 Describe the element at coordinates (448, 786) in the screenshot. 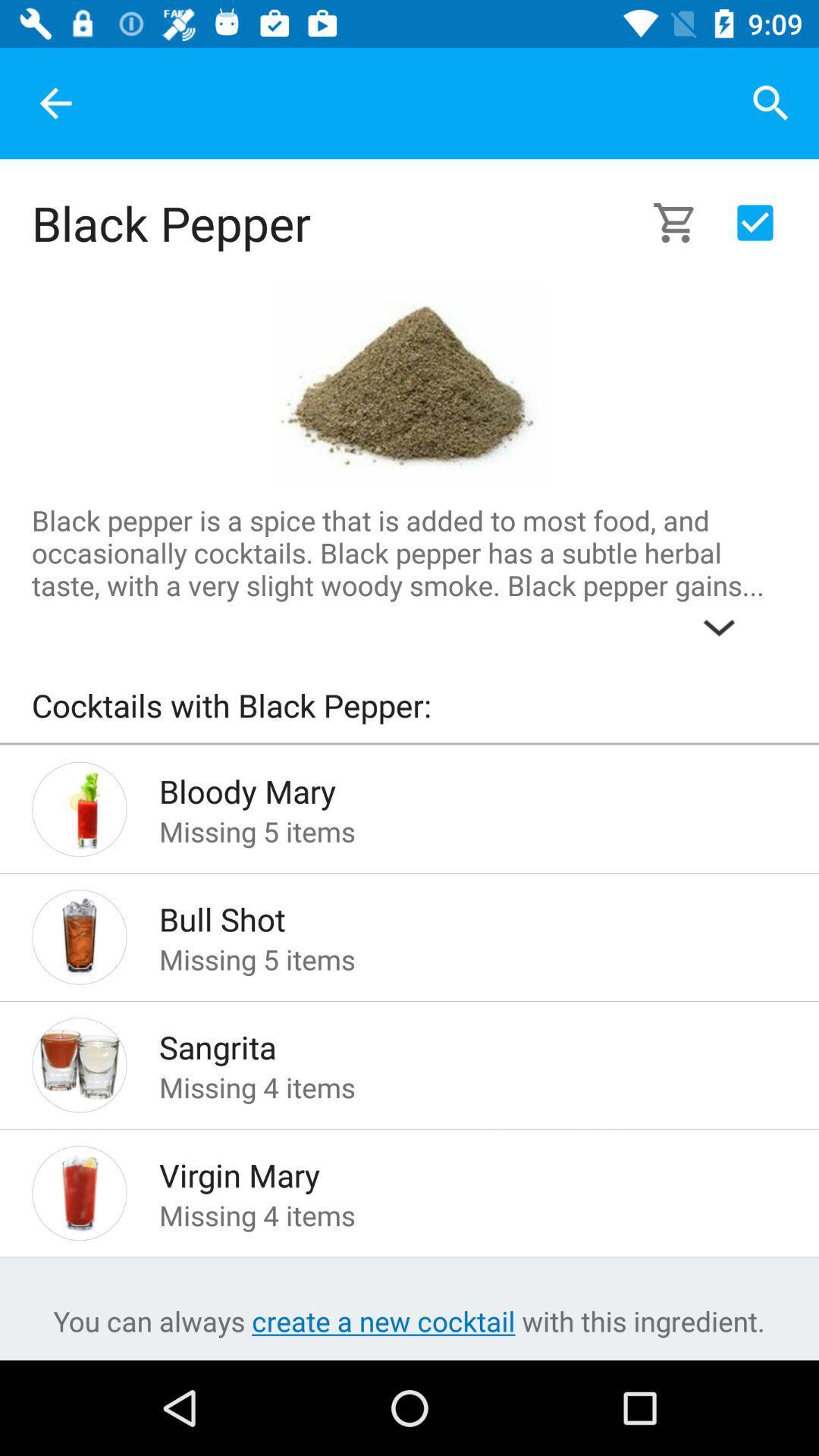

I see `the bloody mary icon` at that location.